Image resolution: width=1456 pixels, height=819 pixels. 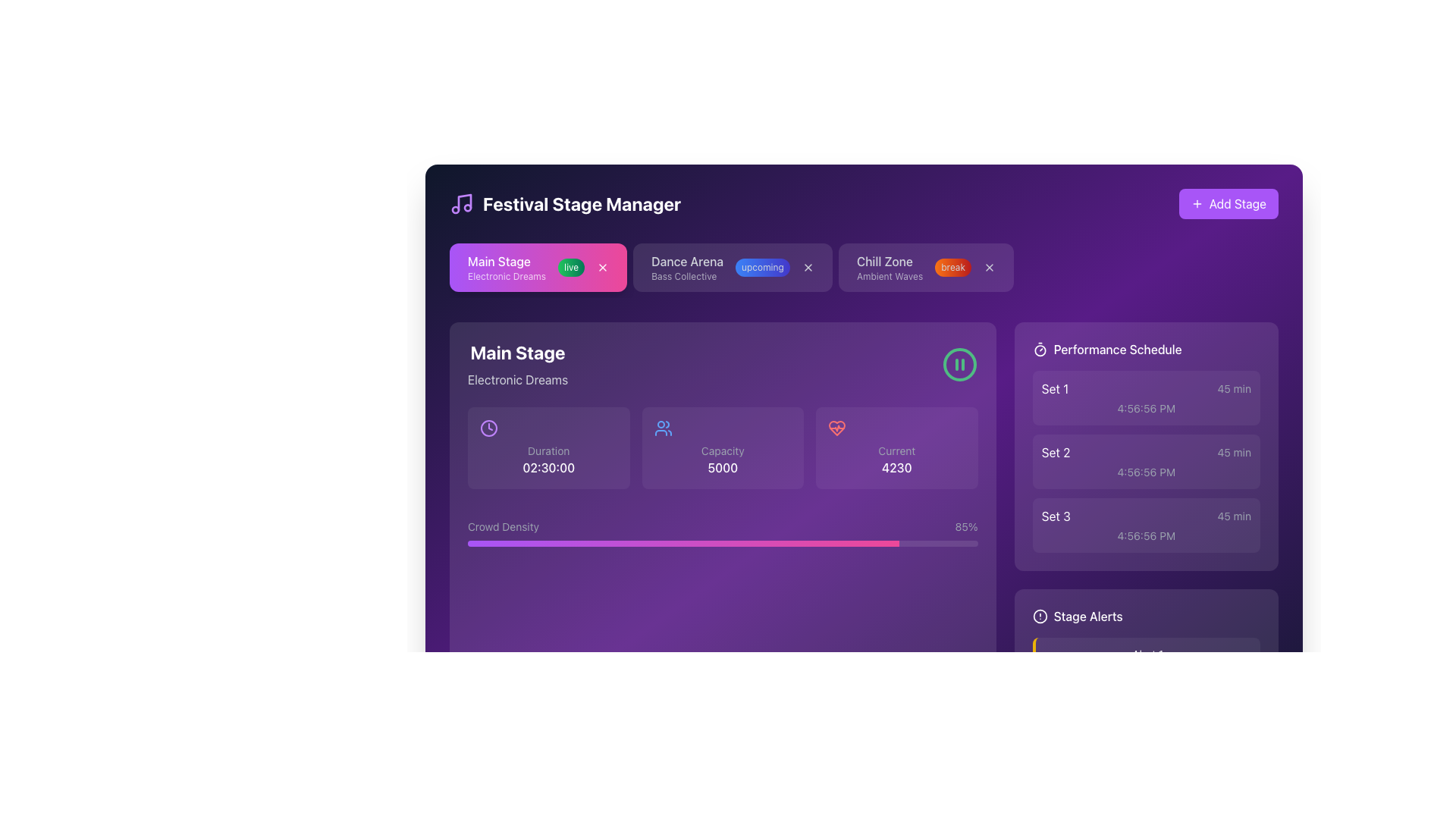 I want to click on the middle list item in the 'Performance Schedule' card, so click(x=1146, y=461).